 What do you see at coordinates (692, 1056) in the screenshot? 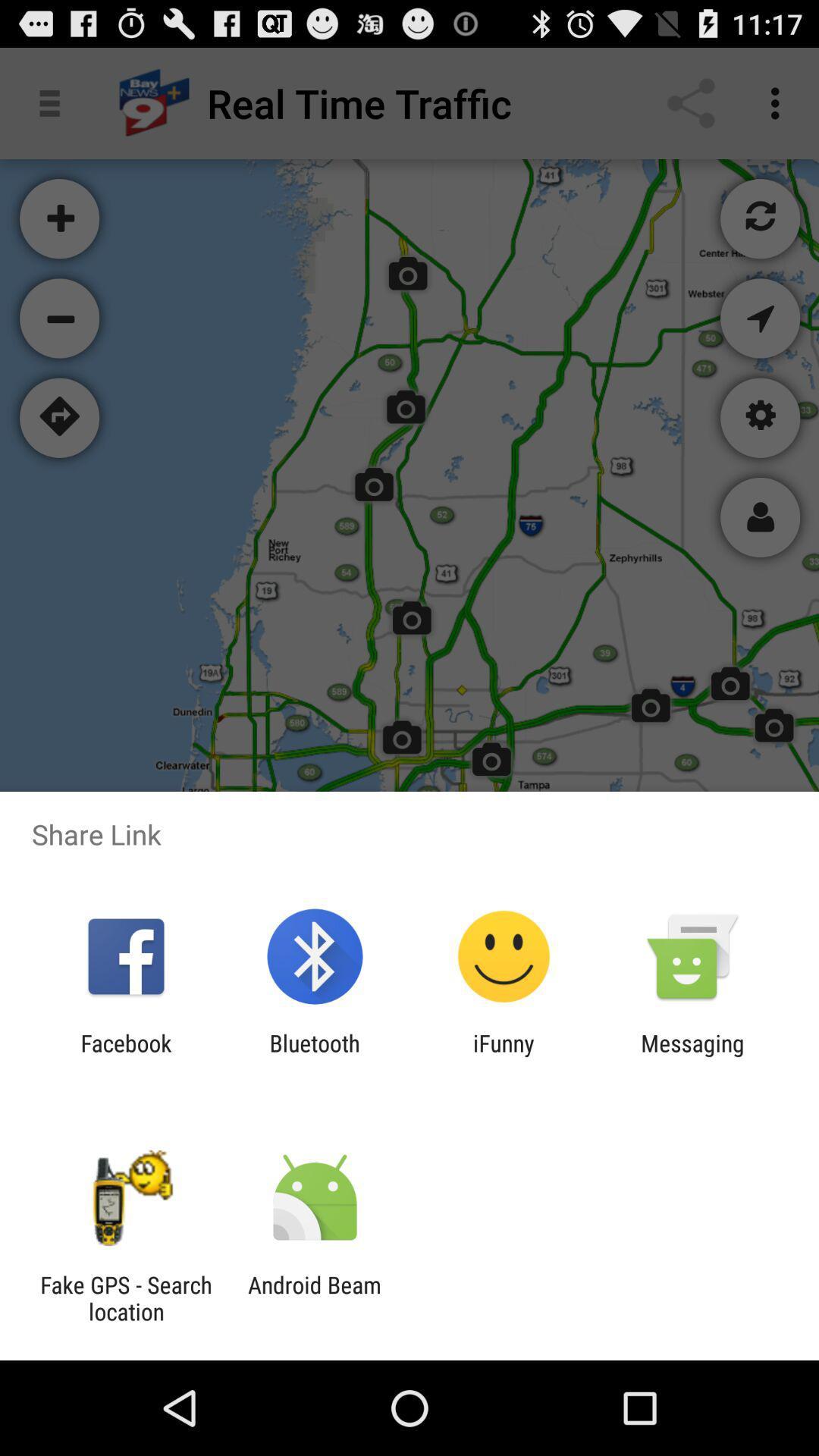
I see `the icon to the right of the ifunny` at bounding box center [692, 1056].